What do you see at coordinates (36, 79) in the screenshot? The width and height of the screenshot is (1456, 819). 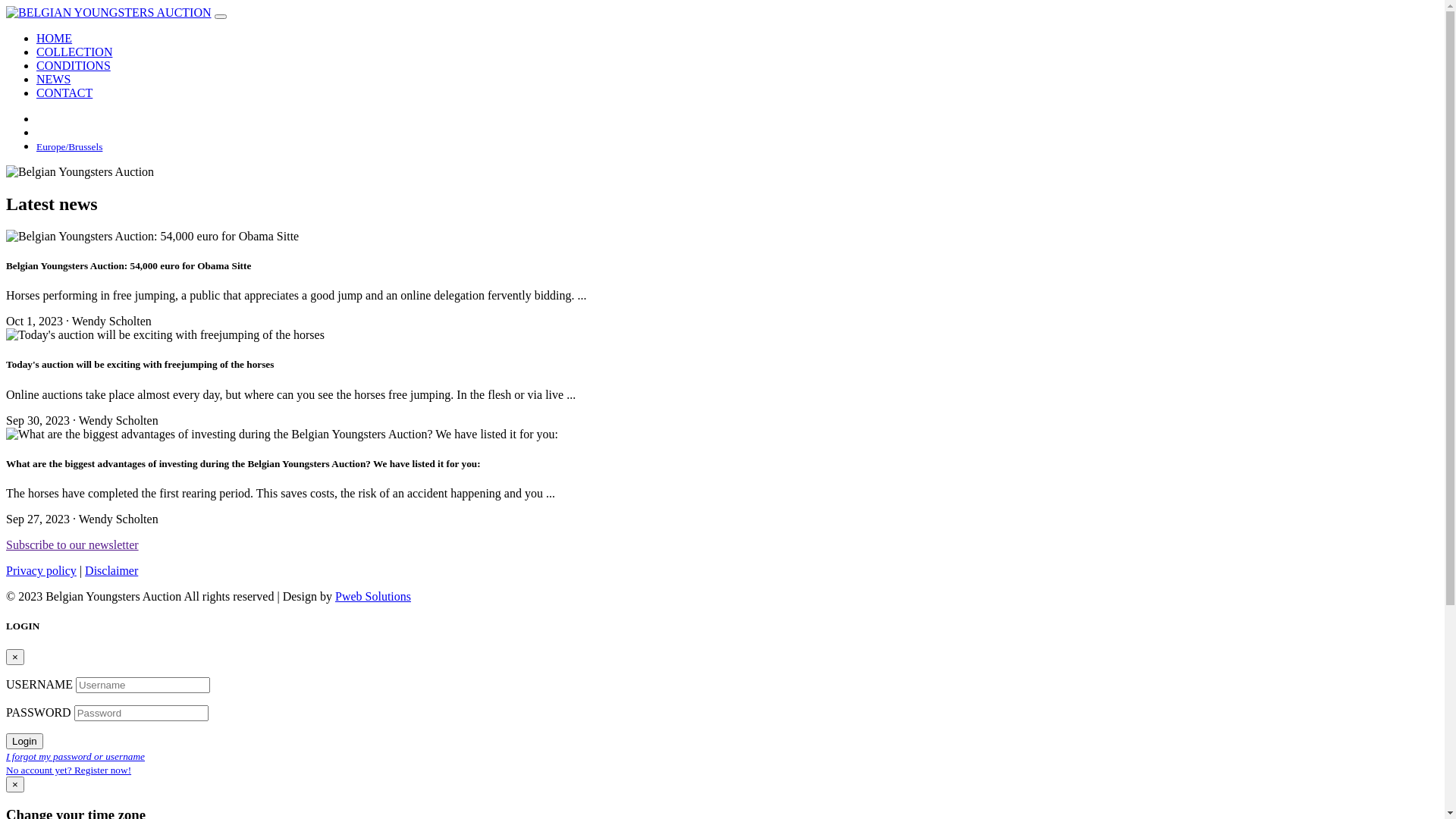 I see `'NEWS'` at bounding box center [36, 79].